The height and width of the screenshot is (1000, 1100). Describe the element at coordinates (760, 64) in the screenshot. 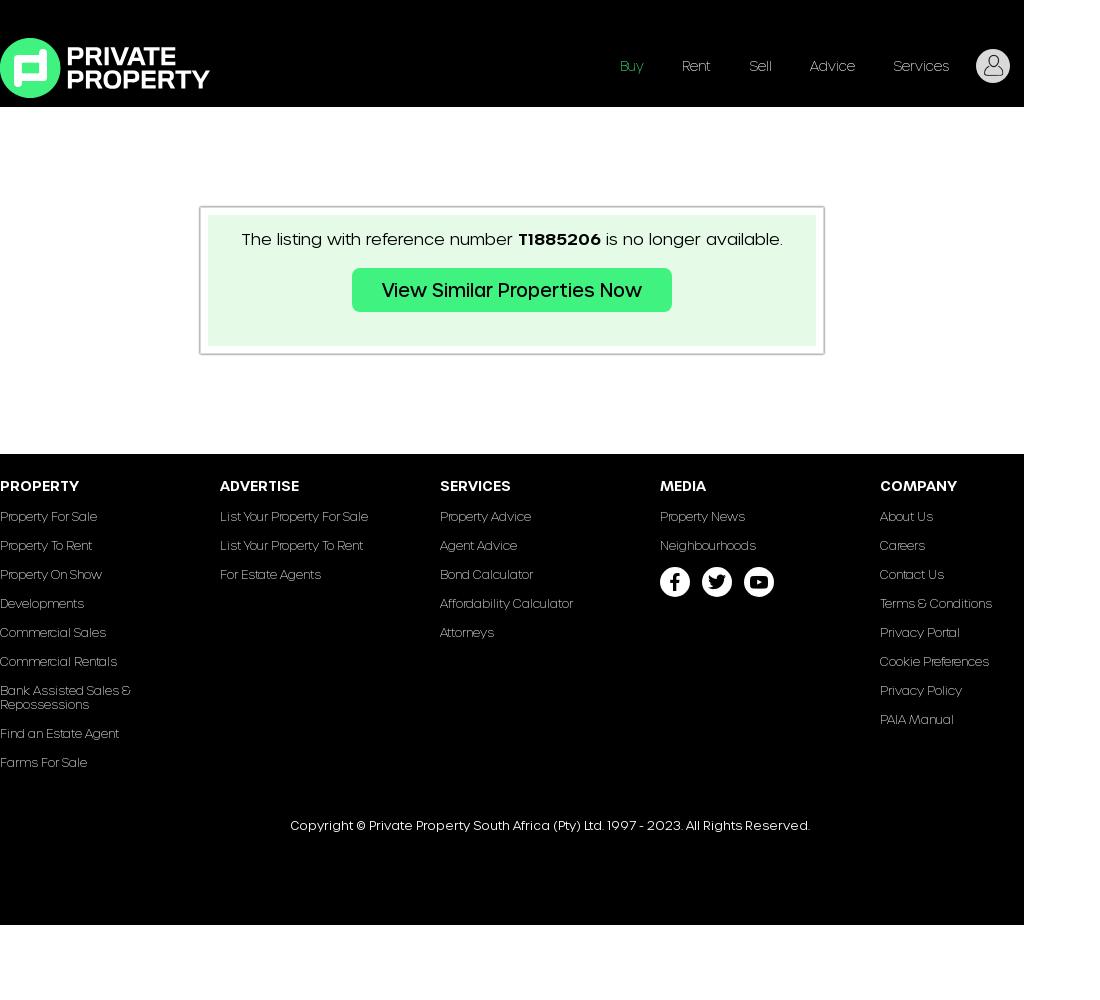

I see `'Sell'` at that location.